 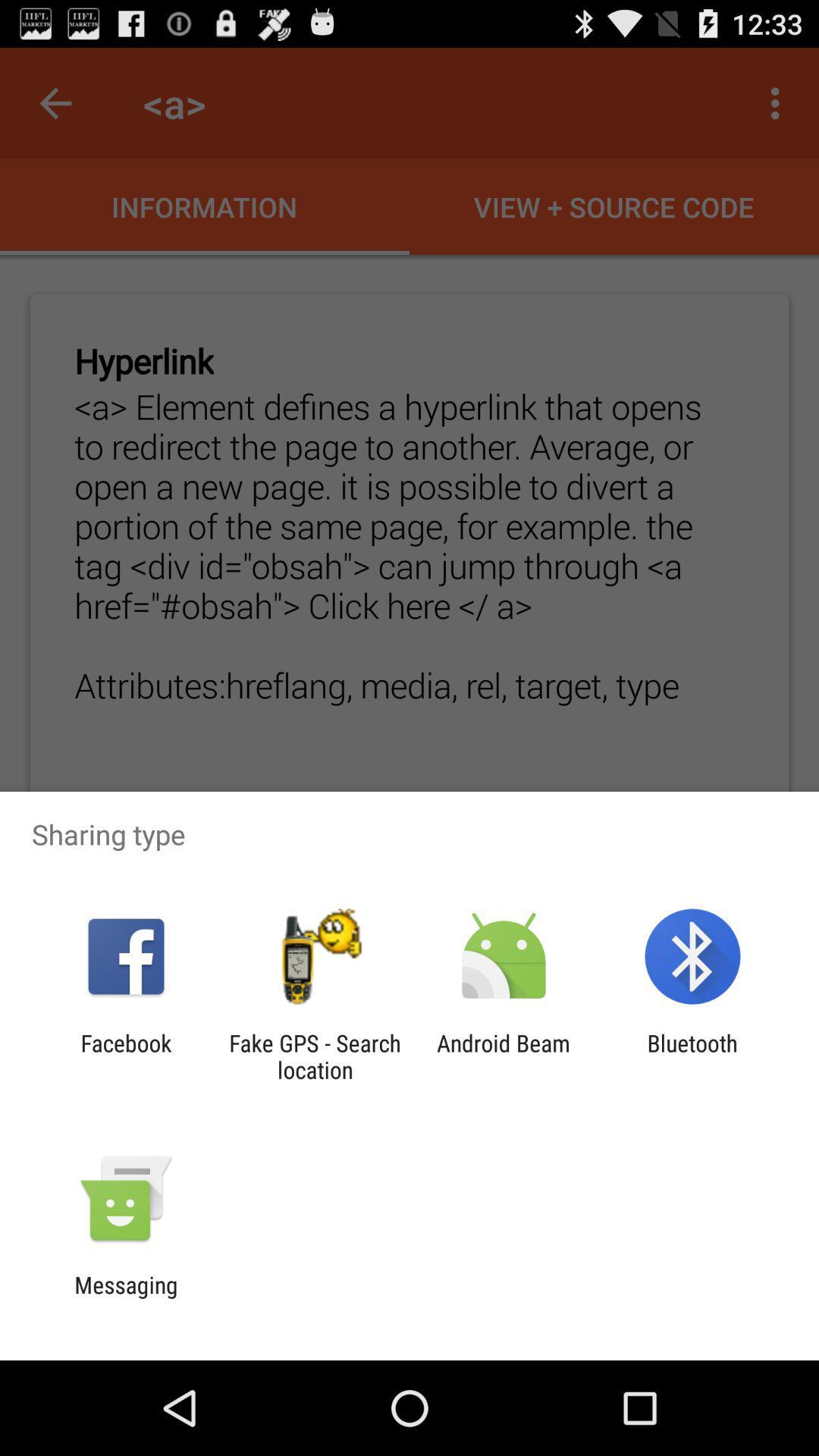 I want to click on facebook, so click(x=125, y=1056).